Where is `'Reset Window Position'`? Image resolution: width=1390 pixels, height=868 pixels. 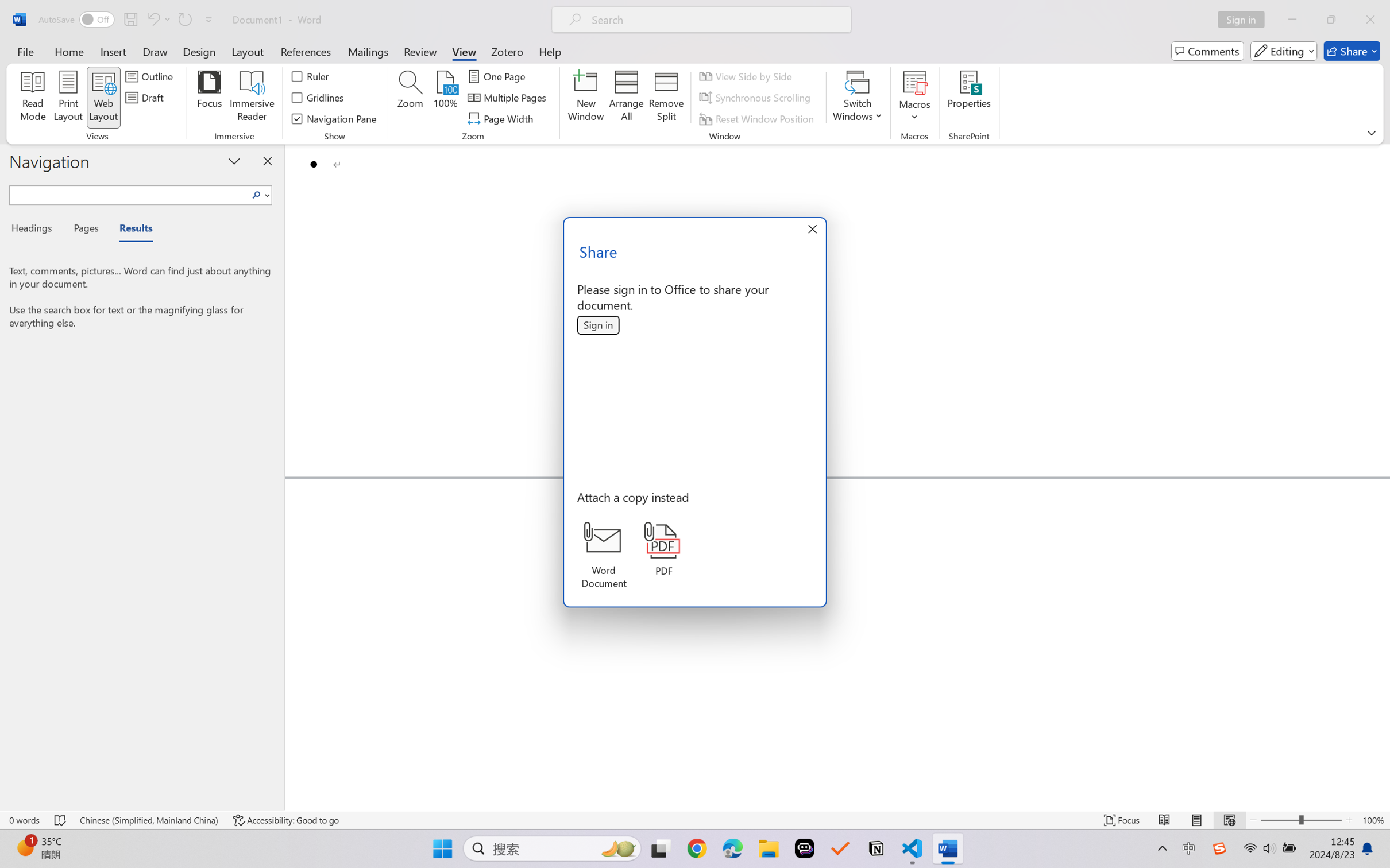
'Reset Window Position' is located at coordinates (759, 119).